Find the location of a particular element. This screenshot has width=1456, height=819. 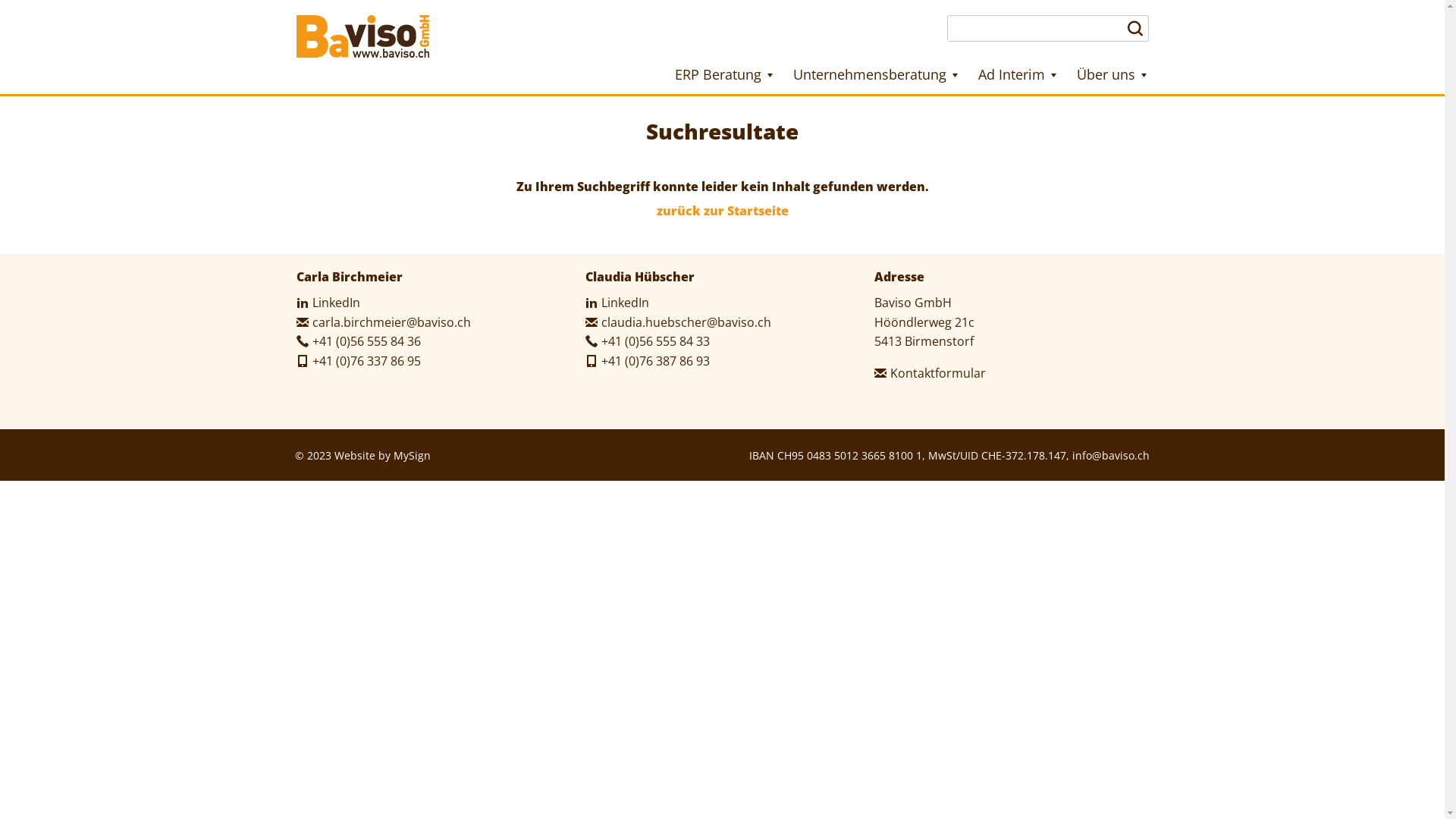

'Kontaktformular' is located at coordinates (929, 373).